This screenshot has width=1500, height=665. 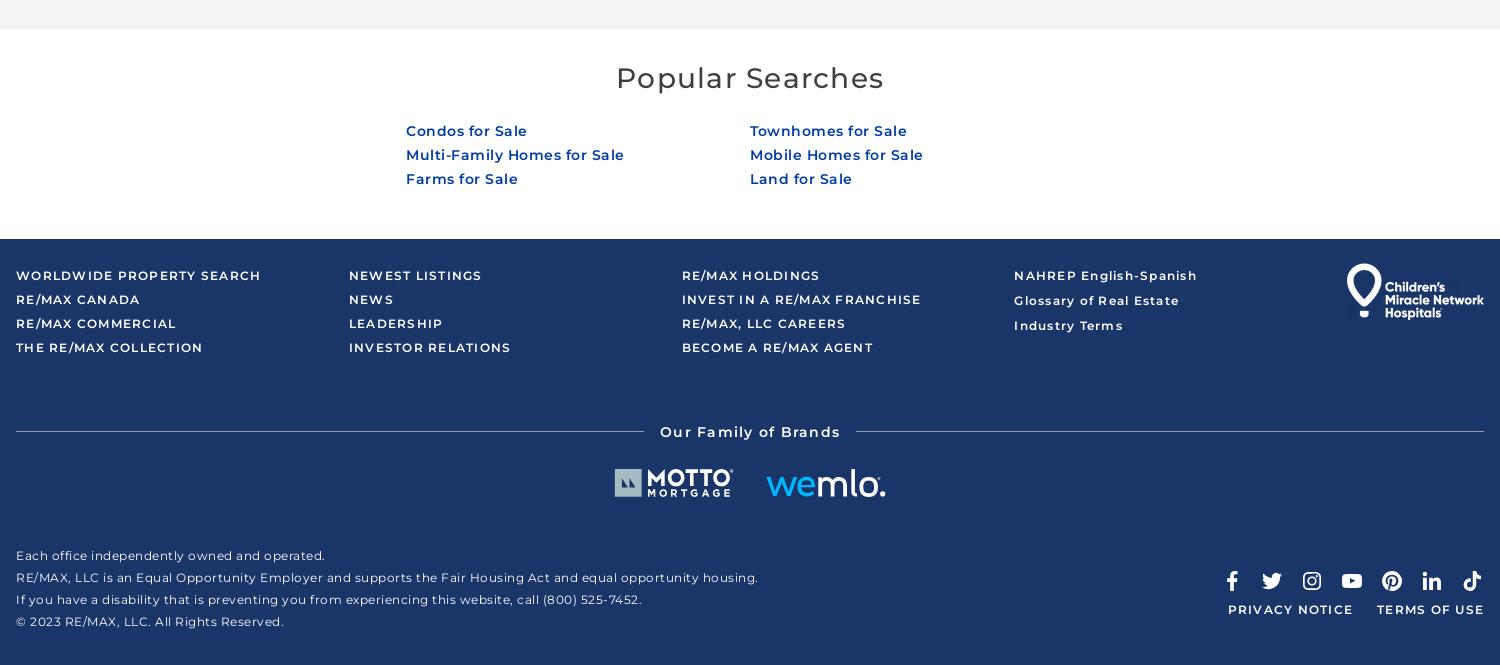 I want to click on 'RE/MAX, LLC Careers', so click(x=681, y=323).